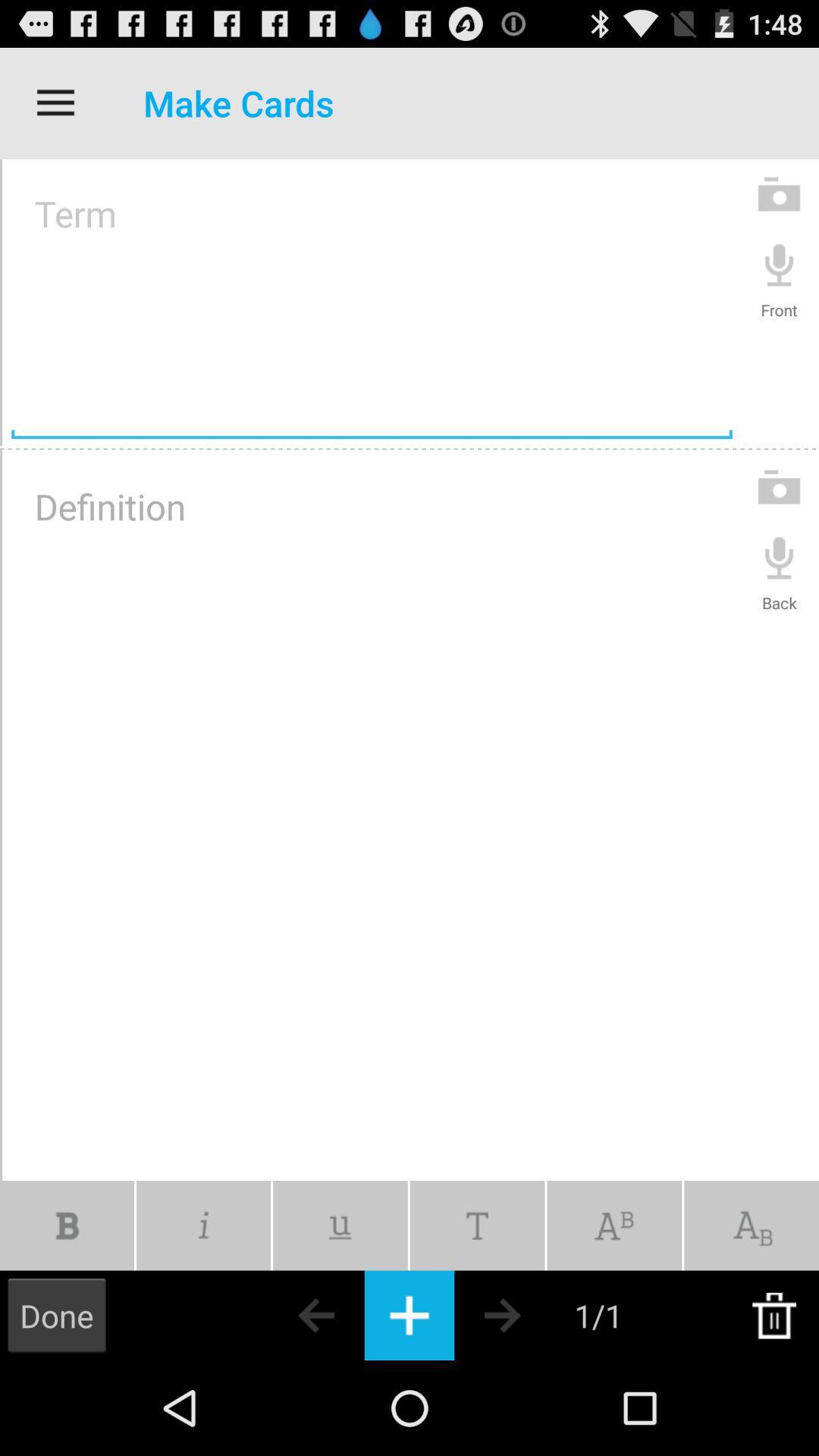 The height and width of the screenshot is (1456, 819). Describe the element at coordinates (55, 102) in the screenshot. I see `icon next to make cards item` at that location.